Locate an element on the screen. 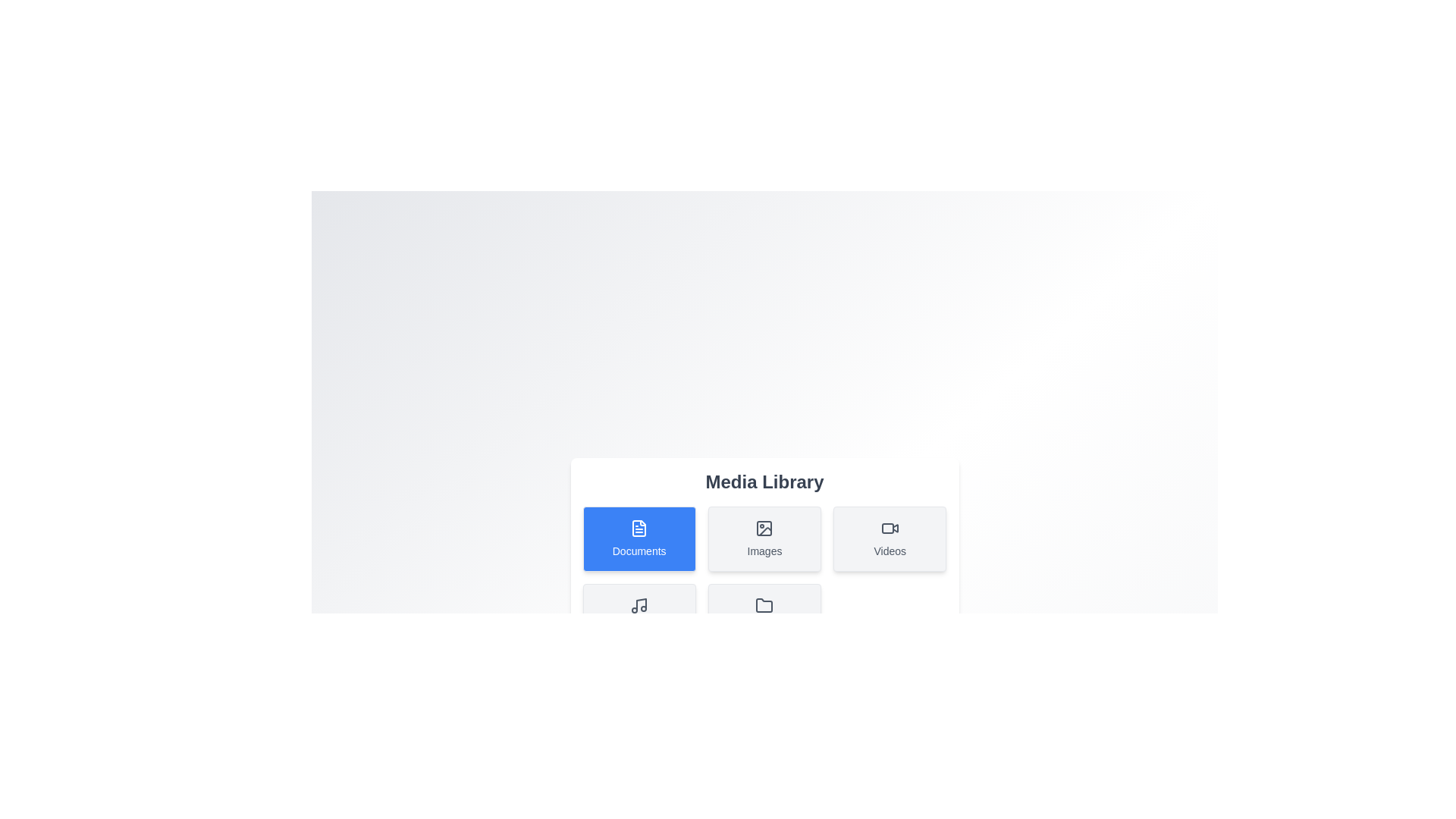 This screenshot has height=819, width=1456. the media category Documents by clicking its respective button is located at coordinates (639, 538).